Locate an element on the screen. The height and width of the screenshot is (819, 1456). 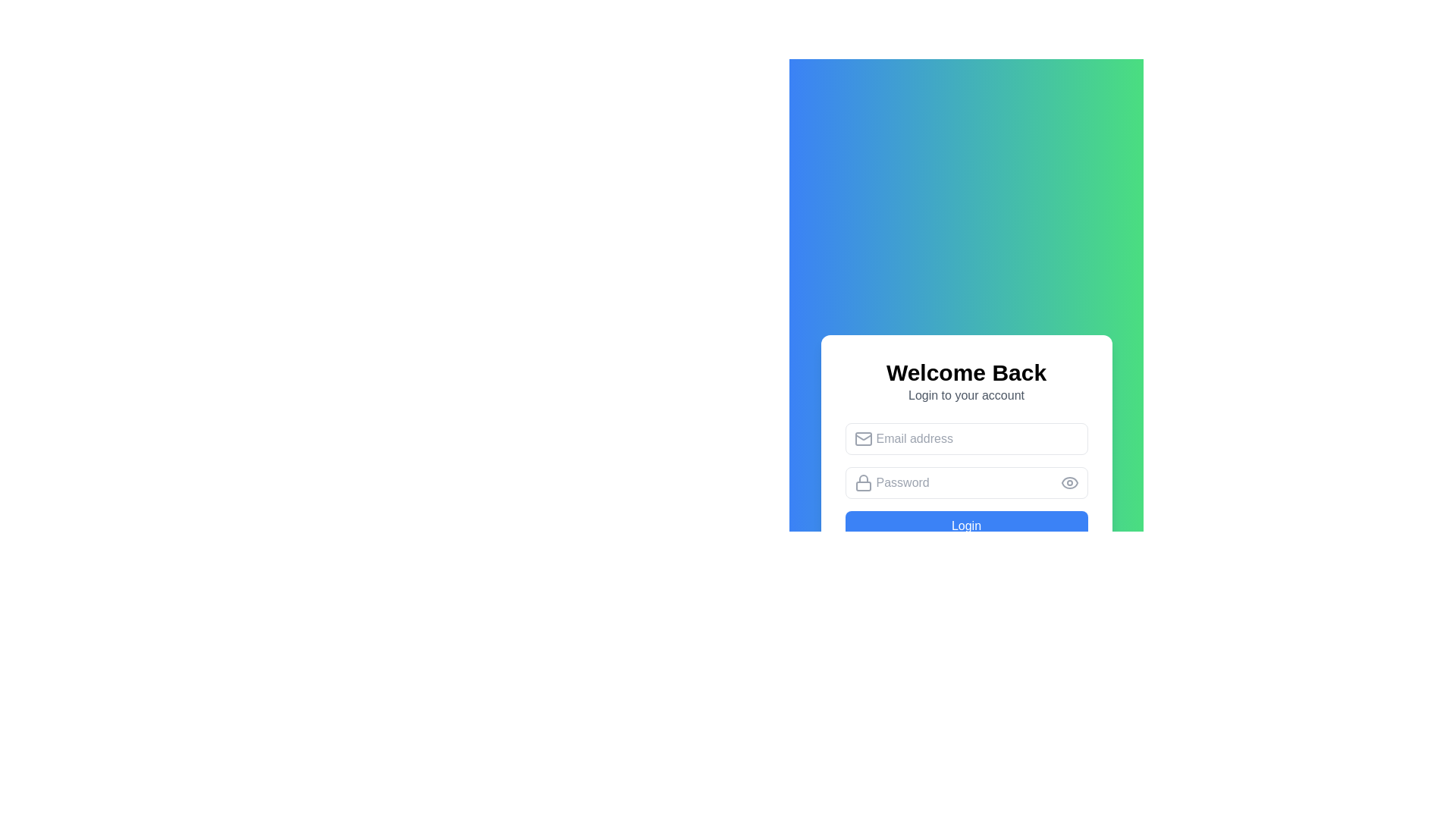
the Icon Button at the right end of the password input field is located at coordinates (1068, 482).